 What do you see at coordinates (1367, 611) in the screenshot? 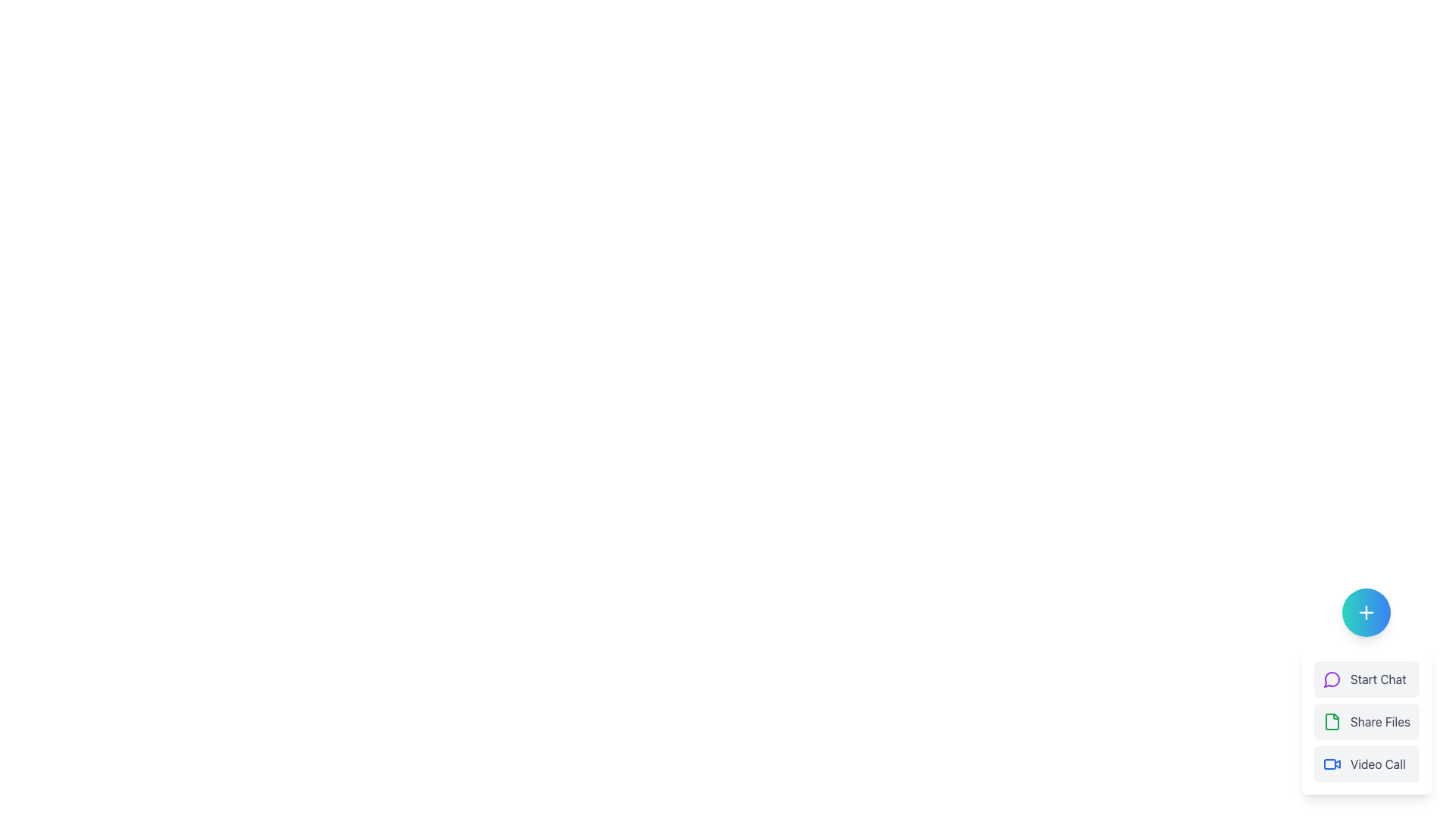
I see `the Circular Icon Button, which is a white plus icon within a turquoise-blue circular background, located in the bottom-right corner of the interface` at bounding box center [1367, 611].